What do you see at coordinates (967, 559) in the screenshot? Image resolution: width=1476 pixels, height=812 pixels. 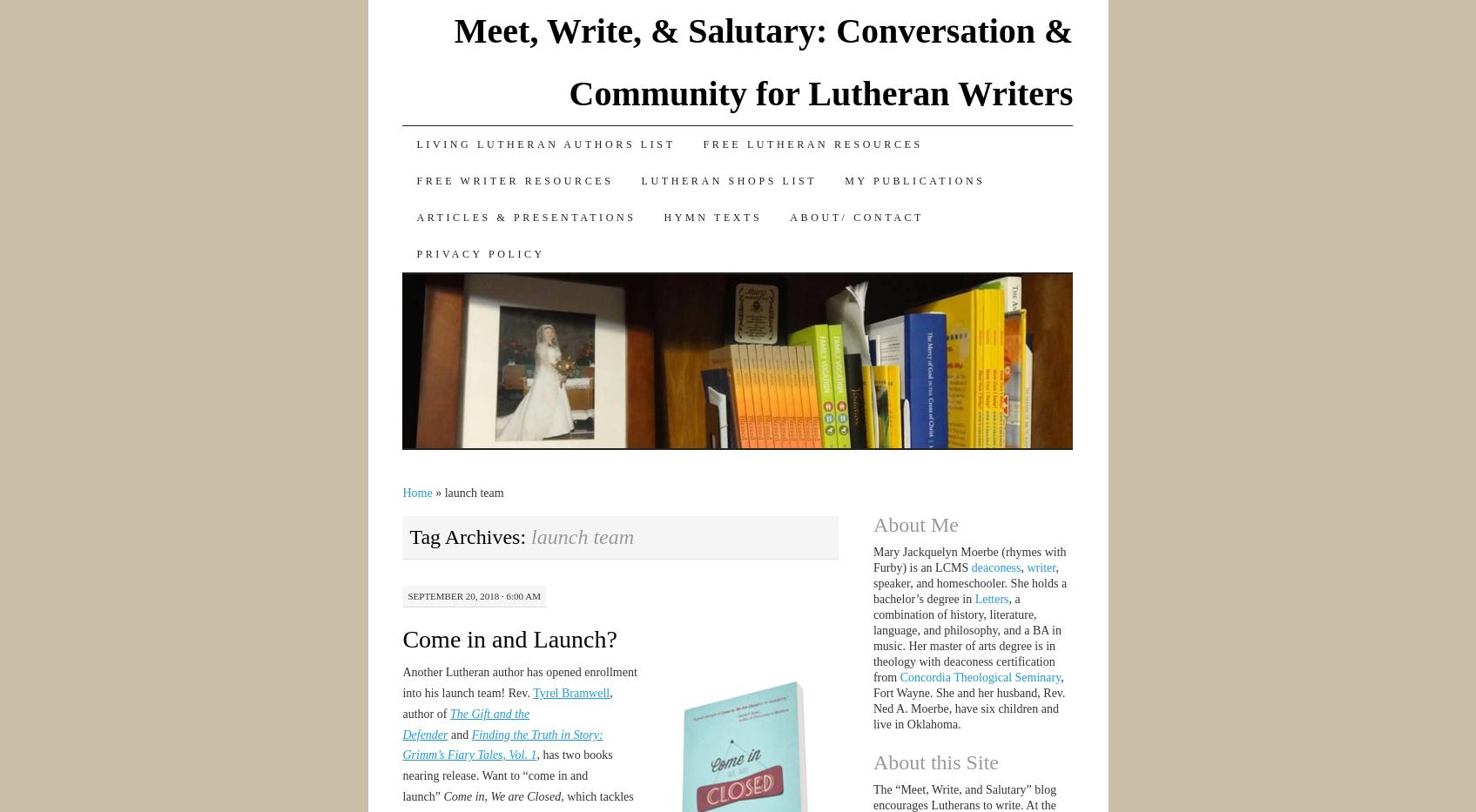 I see `'Mary Jackquelyn Moerbe (rhymes with Furby) is an LCMS'` at bounding box center [967, 559].